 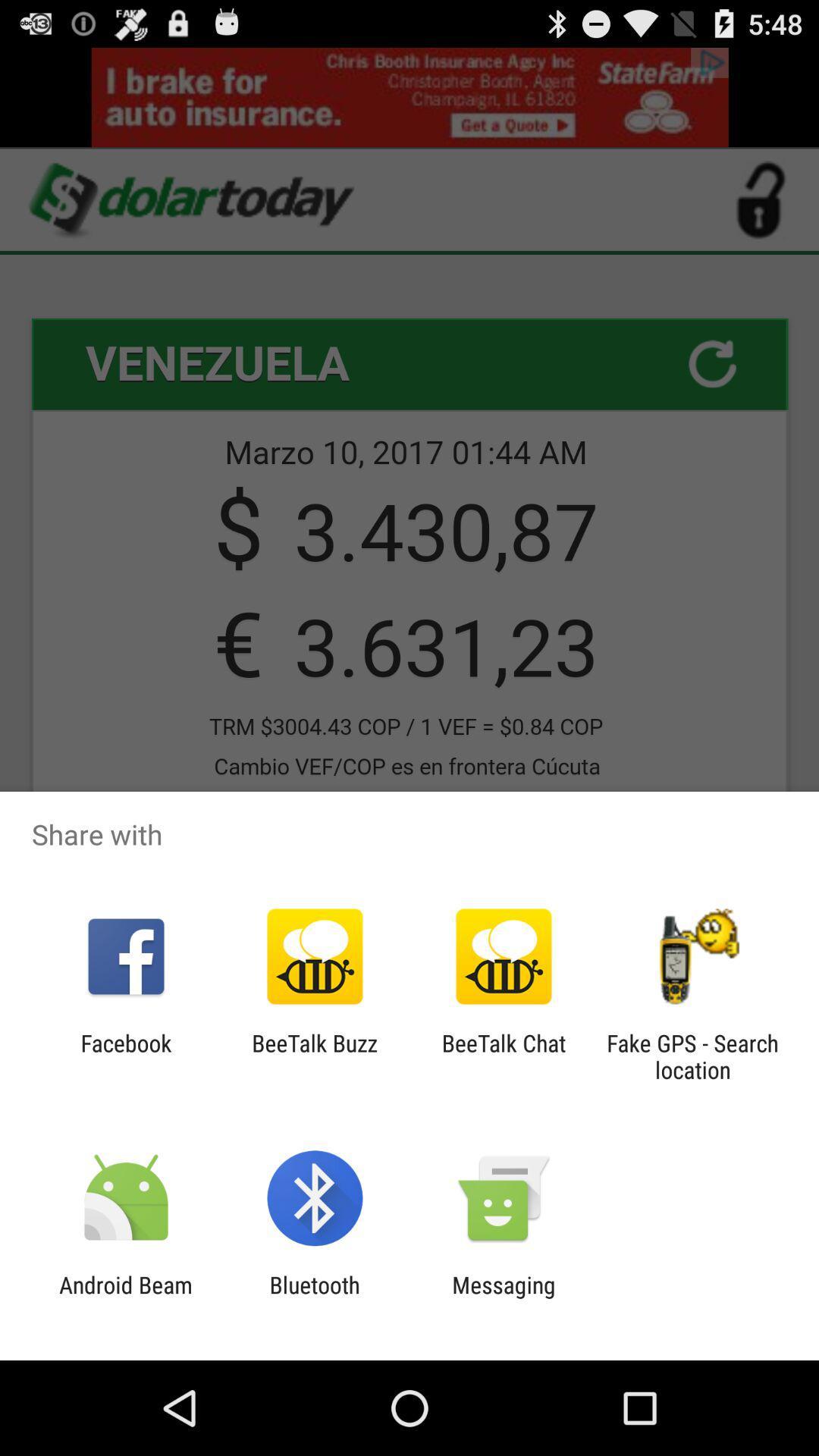 What do you see at coordinates (504, 1056) in the screenshot?
I see `beetalk chat` at bounding box center [504, 1056].